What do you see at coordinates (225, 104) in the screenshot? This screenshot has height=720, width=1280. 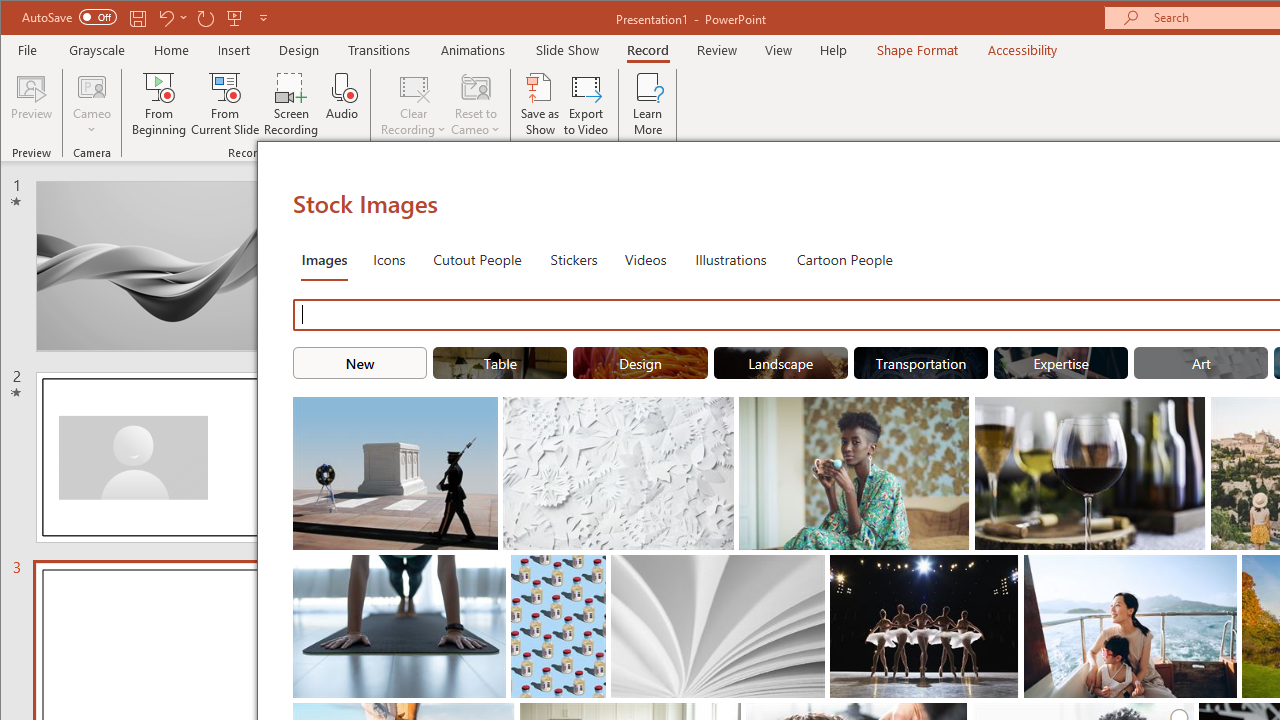 I see `'From Current Slide...'` at bounding box center [225, 104].